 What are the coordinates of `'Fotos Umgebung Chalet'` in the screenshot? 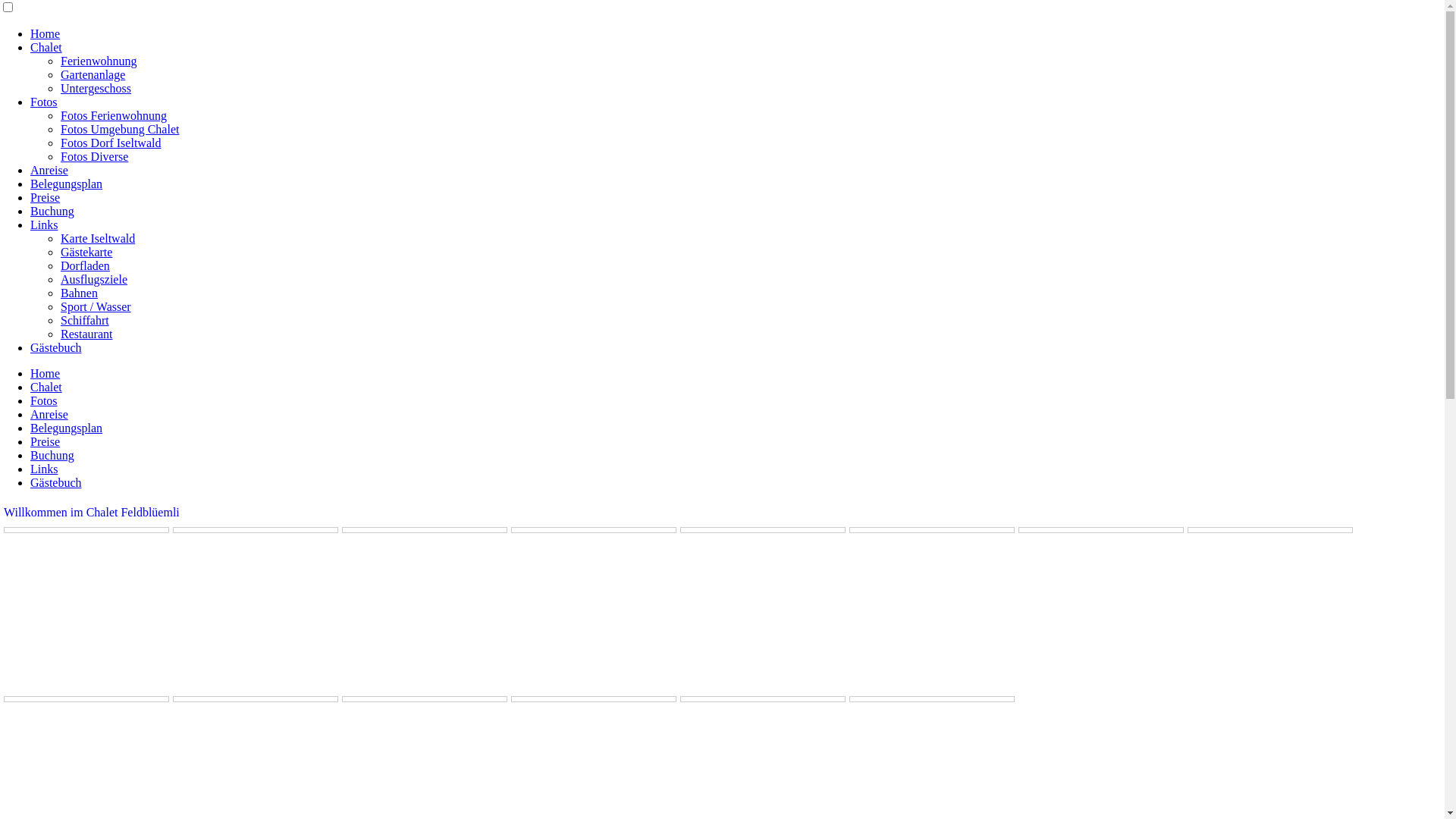 It's located at (119, 128).